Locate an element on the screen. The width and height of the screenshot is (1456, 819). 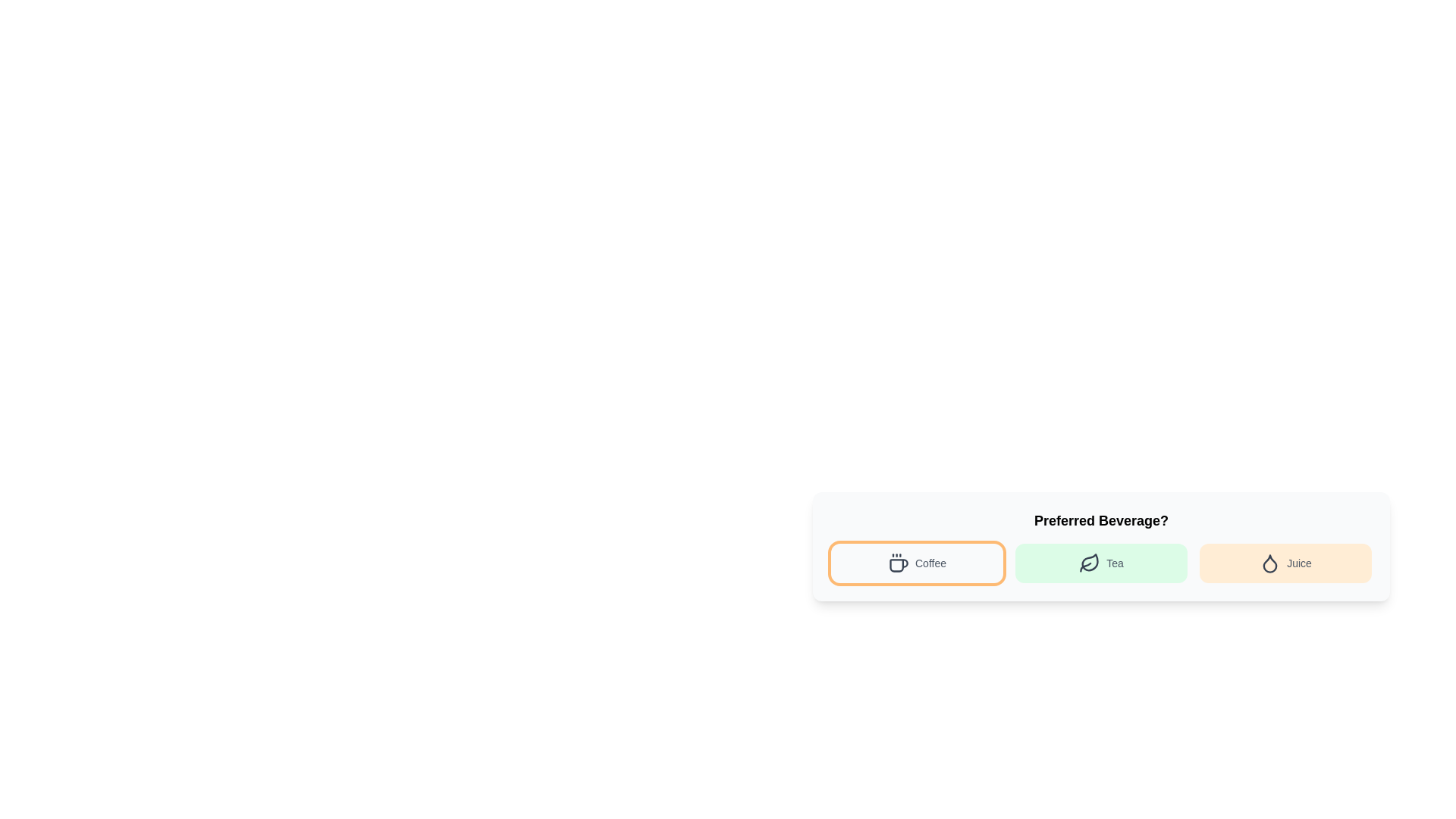
the juice icon located to the left of the text 'Juice' within the 'Preferred Beverage?' options is located at coordinates (1270, 563).